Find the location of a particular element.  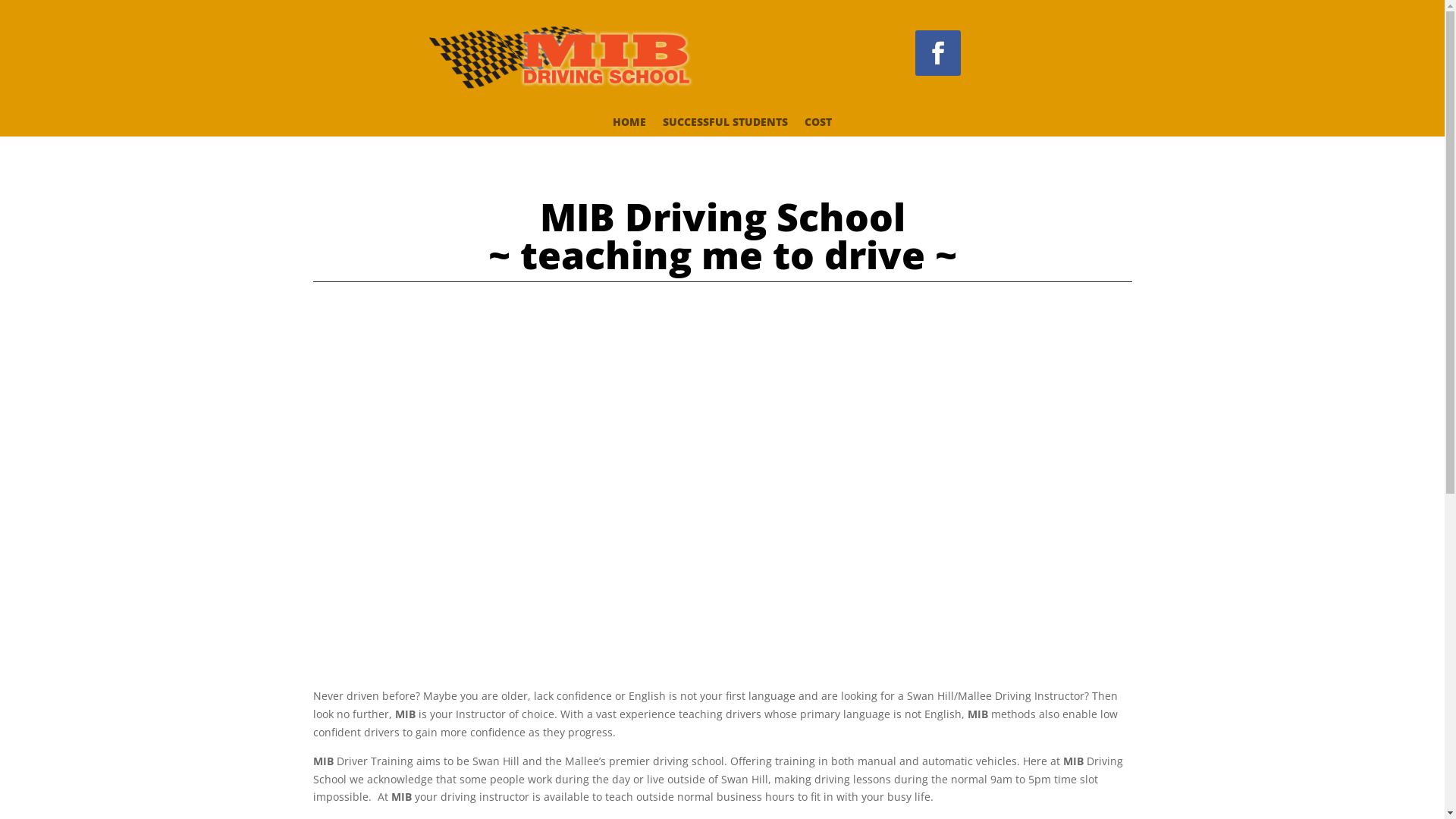

'SUCCESSFUL STUDENTS' is located at coordinates (662, 124).